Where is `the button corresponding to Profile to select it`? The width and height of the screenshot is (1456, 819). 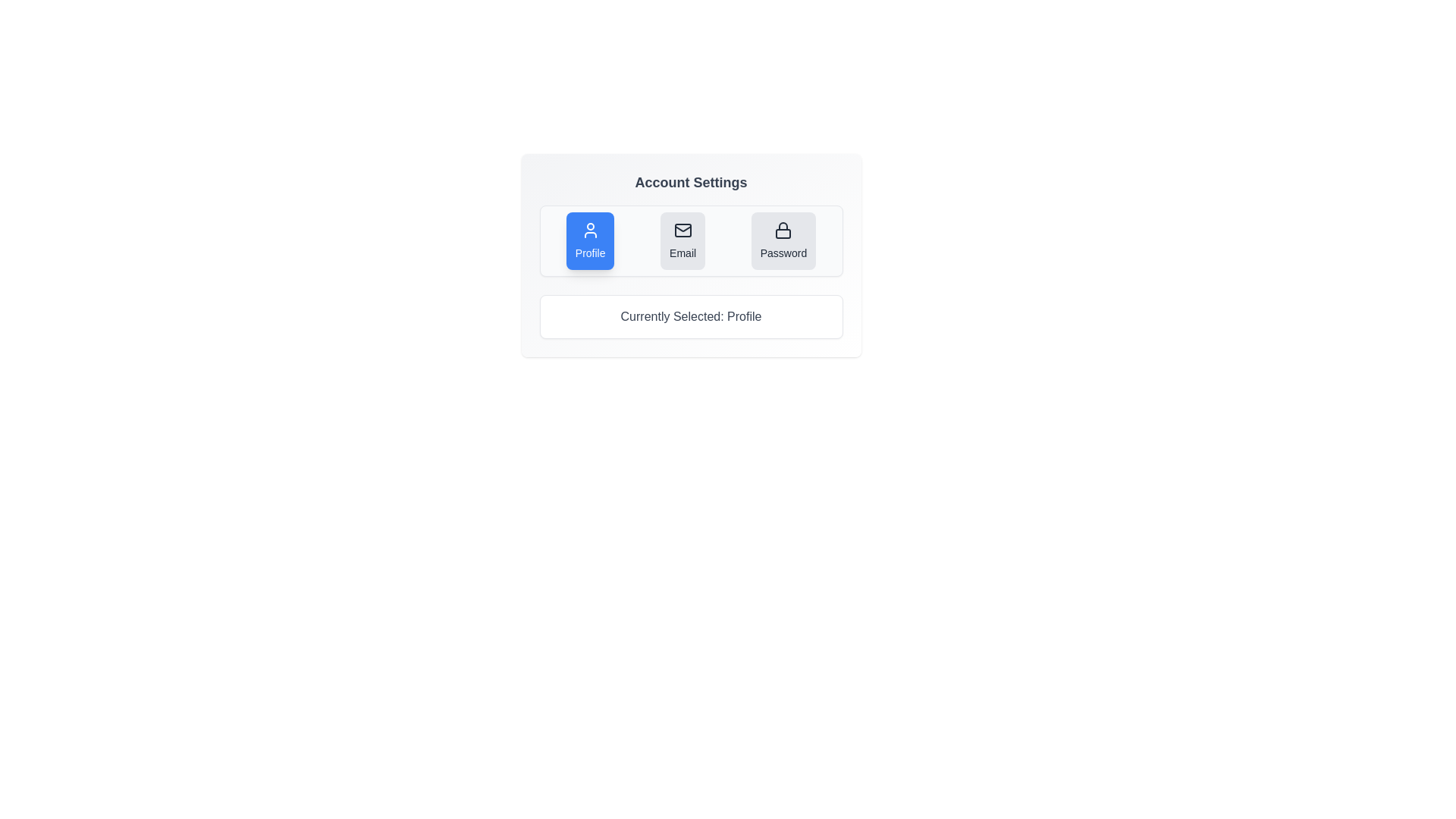
the button corresponding to Profile to select it is located at coordinates (589, 240).